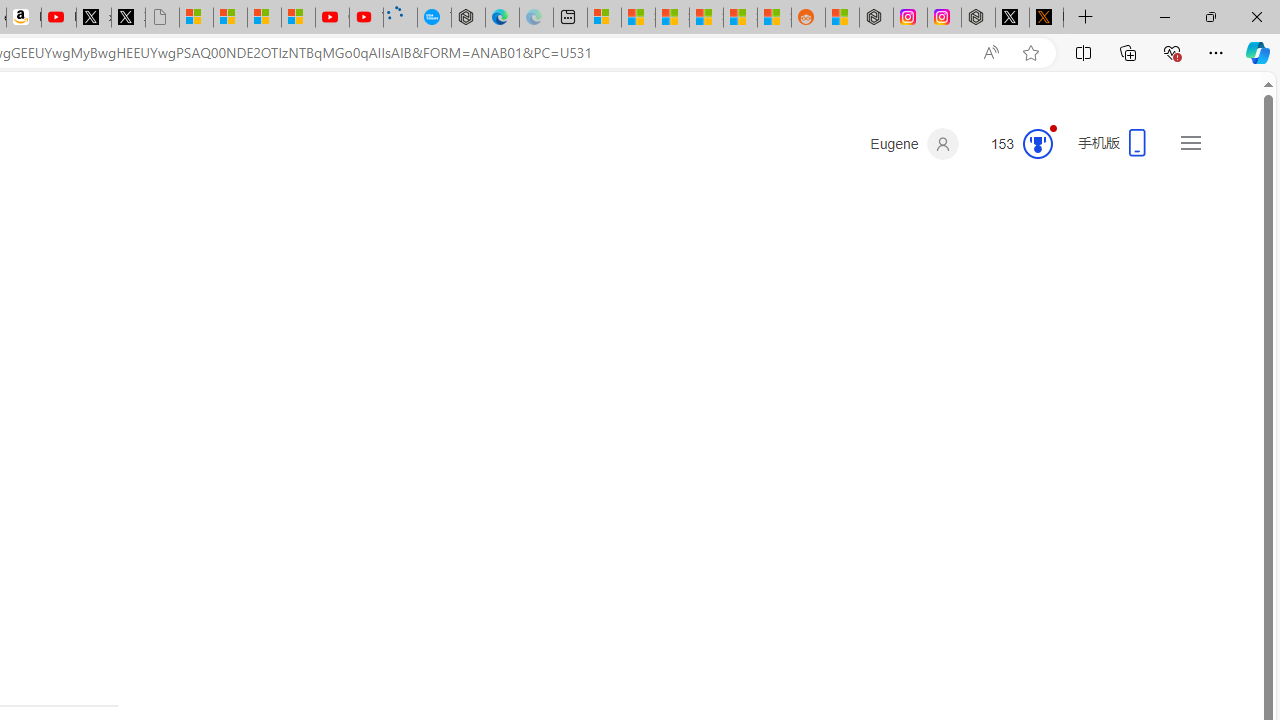  Describe the element at coordinates (1209, 16) in the screenshot. I see `'Restore'` at that location.